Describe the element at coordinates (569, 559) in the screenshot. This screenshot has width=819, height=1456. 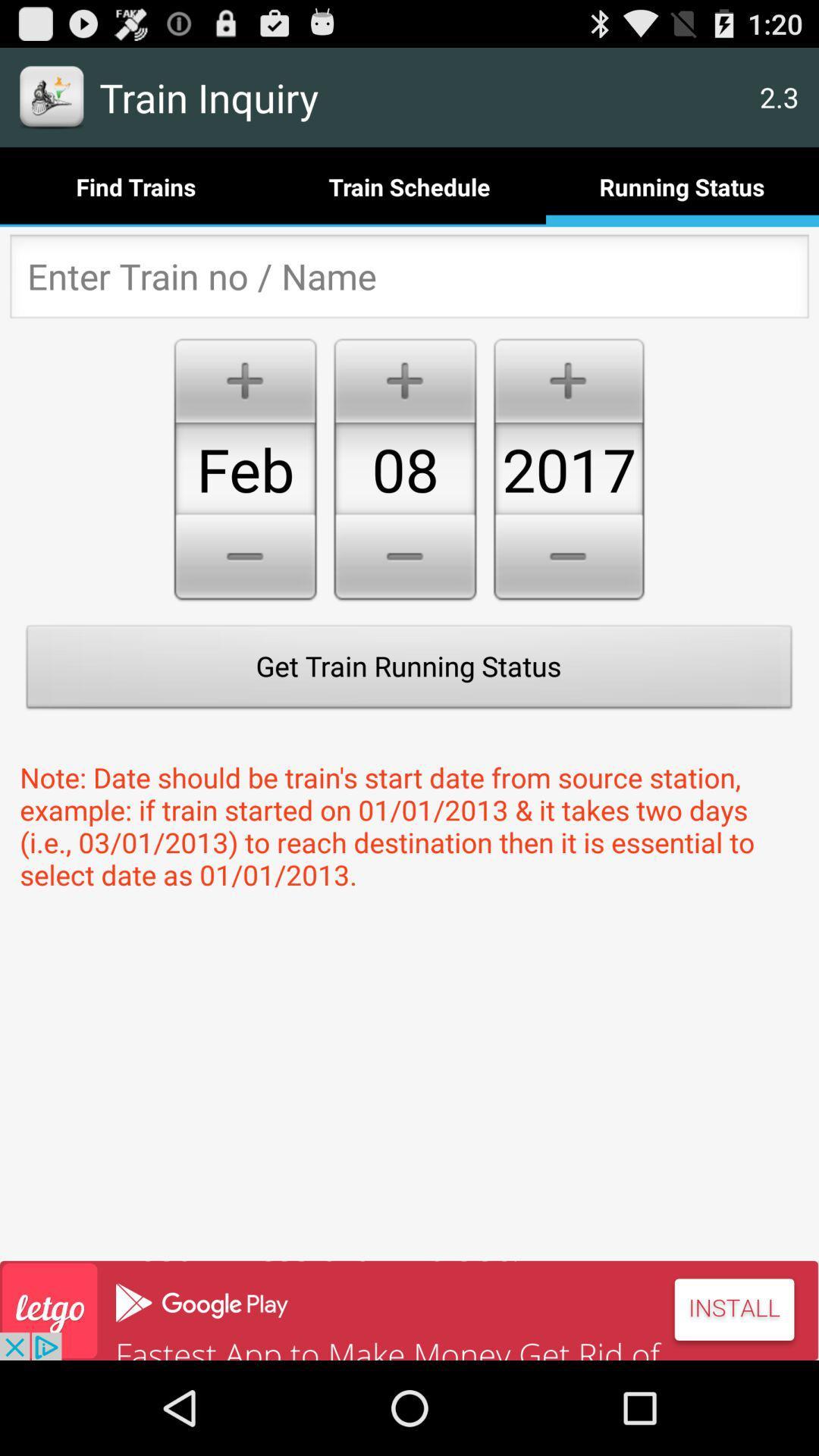
I see `the minus button below 2017` at that location.